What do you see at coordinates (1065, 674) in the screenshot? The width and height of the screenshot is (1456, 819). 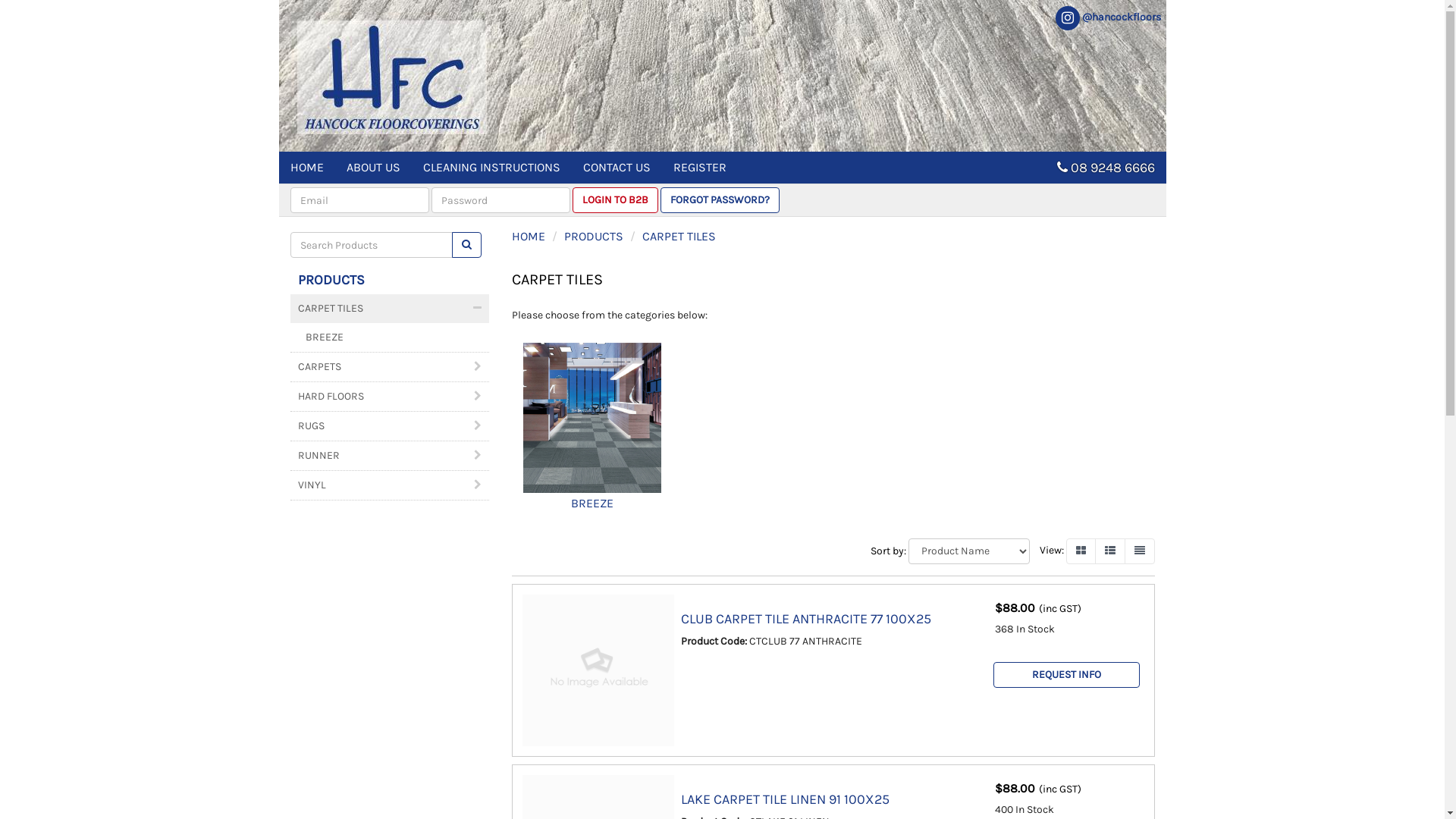 I see `'Contact us to request information'` at bounding box center [1065, 674].